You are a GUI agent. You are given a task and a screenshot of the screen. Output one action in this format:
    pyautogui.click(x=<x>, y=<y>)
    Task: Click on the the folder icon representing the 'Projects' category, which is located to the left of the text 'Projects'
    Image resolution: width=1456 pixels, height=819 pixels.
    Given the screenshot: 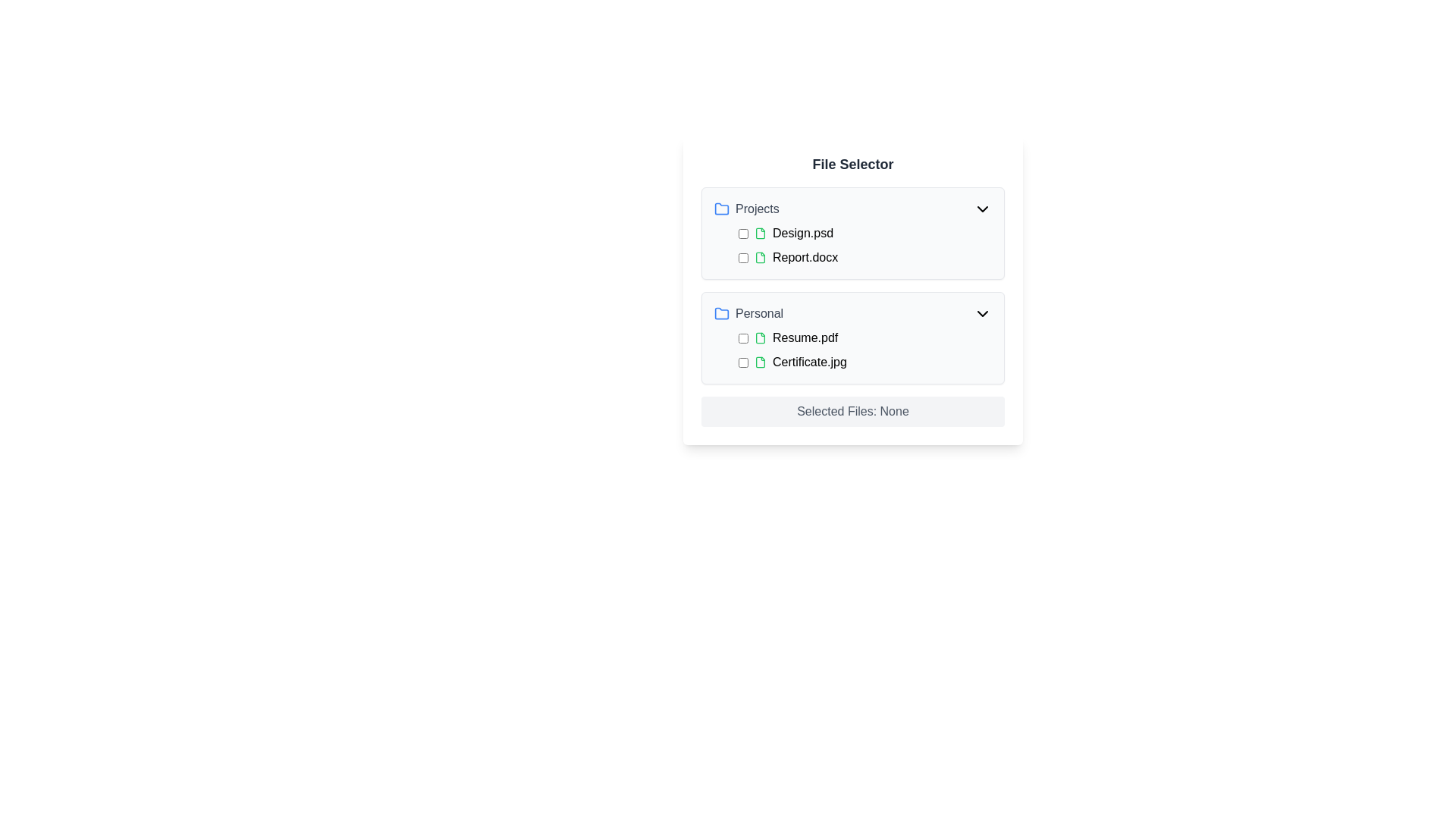 What is the action you would take?
    pyautogui.click(x=720, y=209)
    